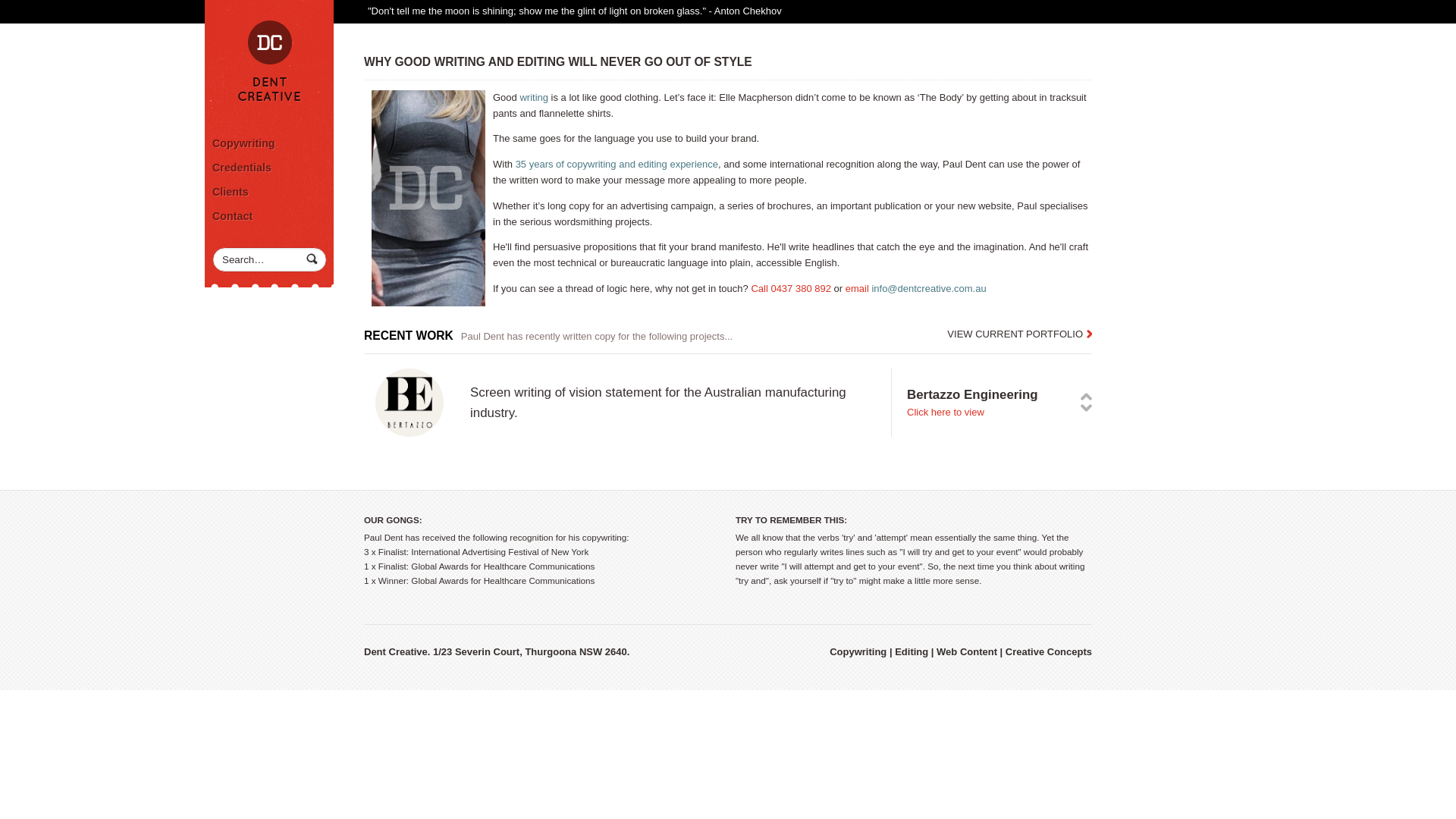 This screenshot has height=819, width=1456. What do you see at coordinates (927, 288) in the screenshot?
I see `'info@dentcreative.com.au'` at bounding box center [927, 288].